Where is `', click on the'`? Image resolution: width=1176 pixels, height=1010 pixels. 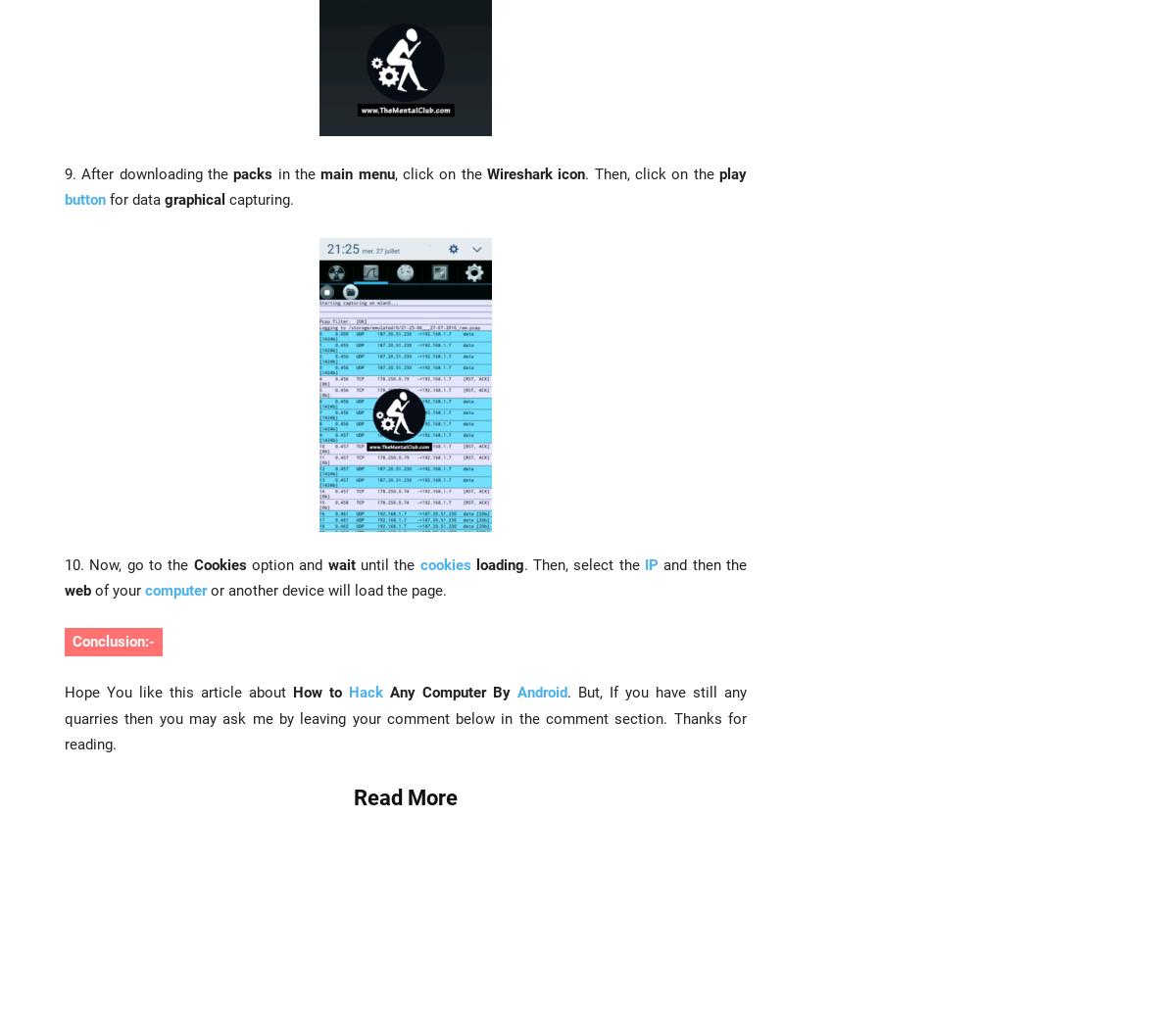
', click on the' is located at coordinates (440, 172).